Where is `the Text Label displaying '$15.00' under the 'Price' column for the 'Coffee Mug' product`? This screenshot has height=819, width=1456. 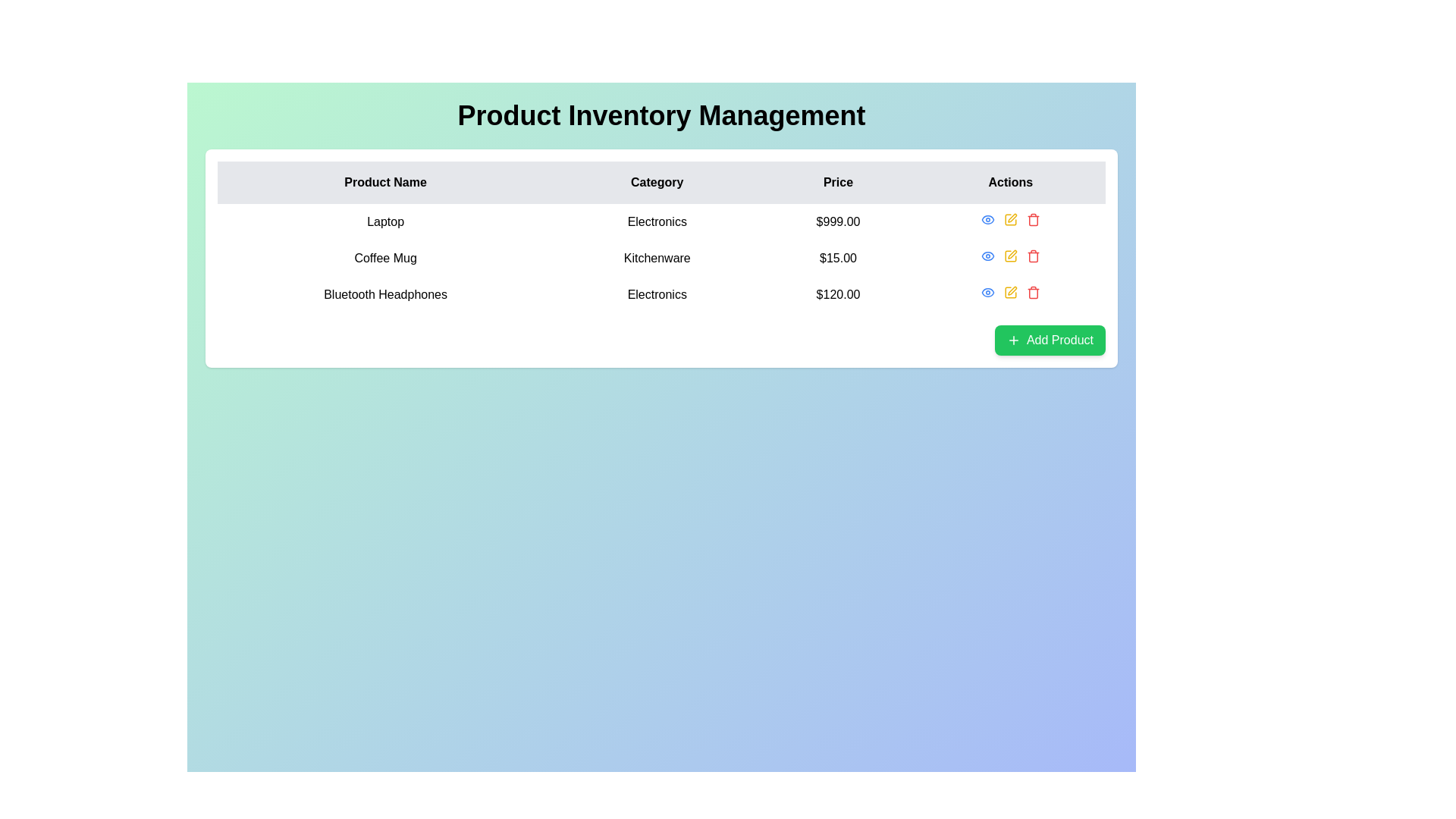
the Text Label displaying '$15.00' under the 'Price' column for the 'Coffee Mug' product is located at coordinates (837, 257).